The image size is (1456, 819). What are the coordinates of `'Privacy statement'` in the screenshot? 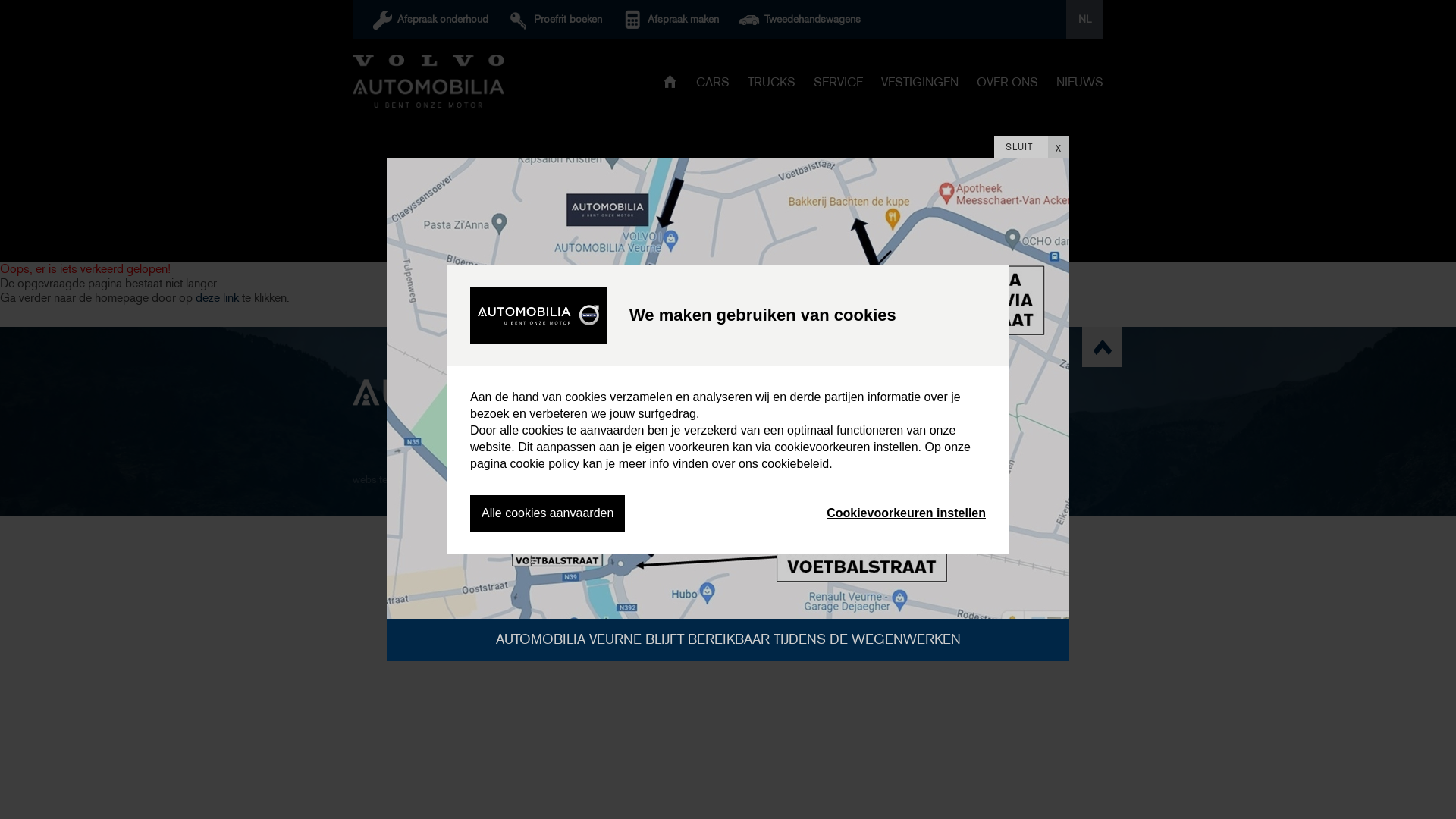 It's located at (582, 479).